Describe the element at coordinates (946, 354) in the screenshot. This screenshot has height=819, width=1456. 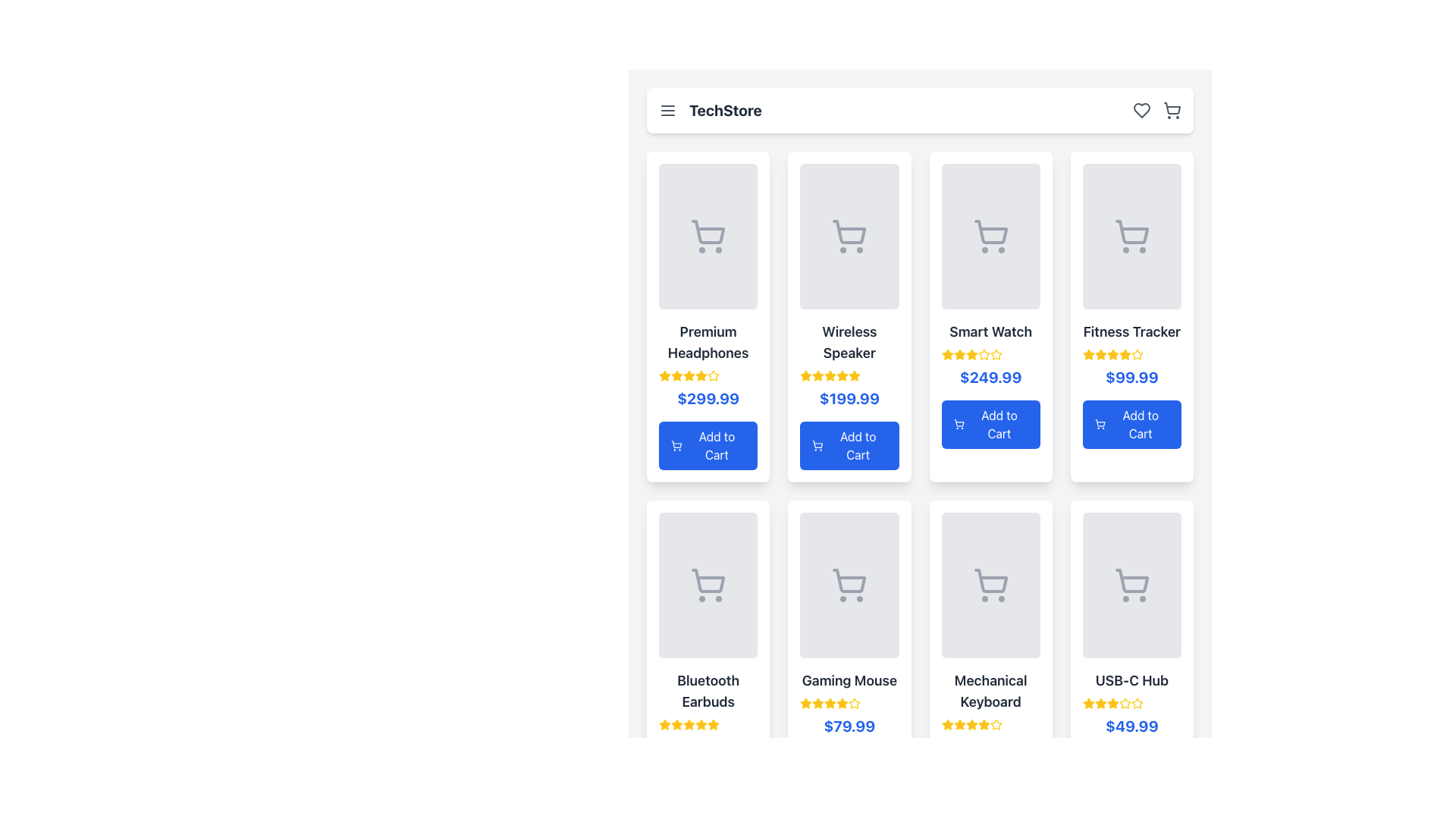
I see `the yellow filled star icon which is the first in the sequence of rating stars under the product titled 'Smart Watch'` at that location.